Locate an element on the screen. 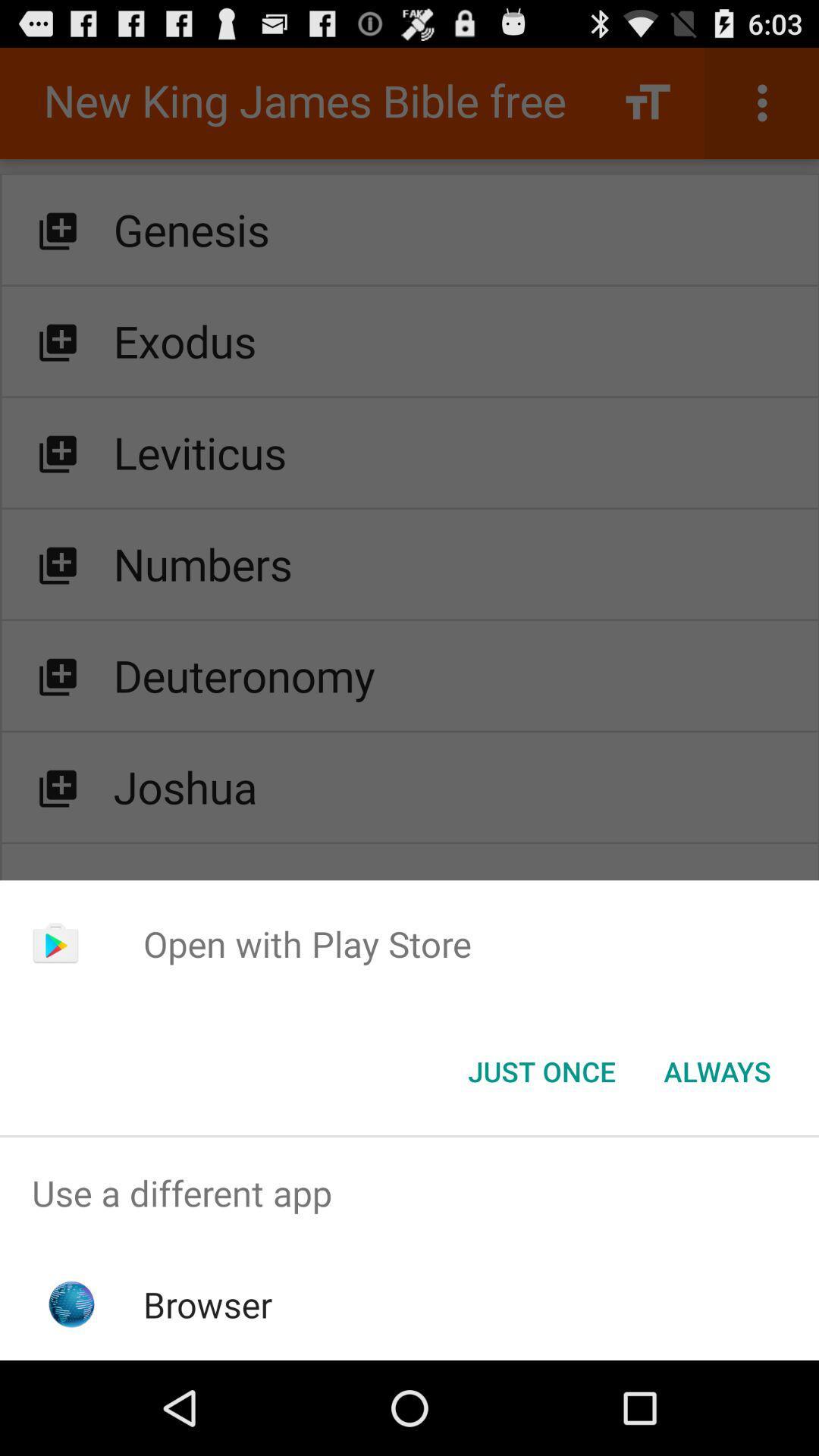  always item is located at coordinates (717, 1070).